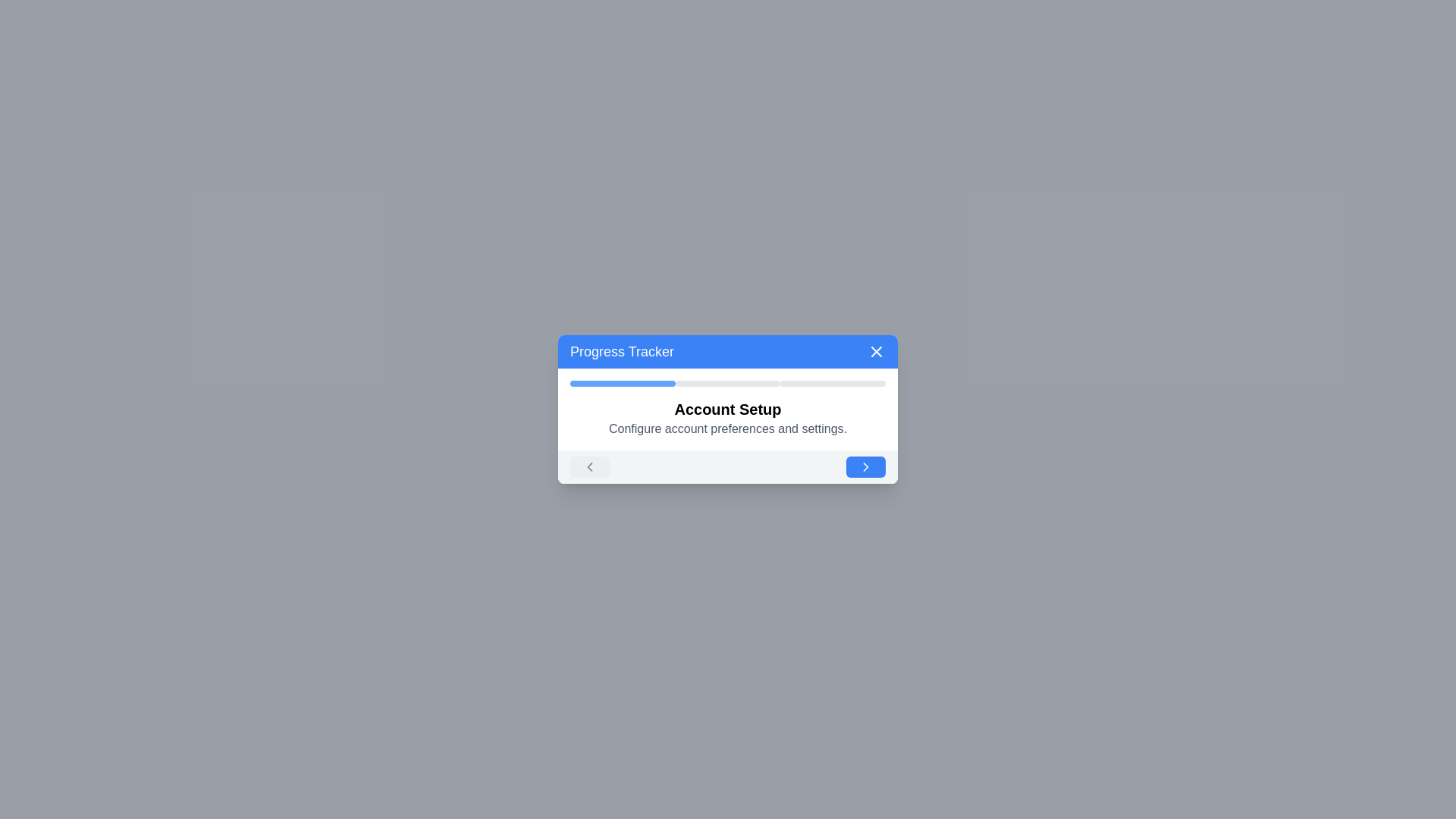  I want to click on the third unfilled segment of the multi-step progress bar, indicating steps yet to be completed in the process, so click(832, 382).